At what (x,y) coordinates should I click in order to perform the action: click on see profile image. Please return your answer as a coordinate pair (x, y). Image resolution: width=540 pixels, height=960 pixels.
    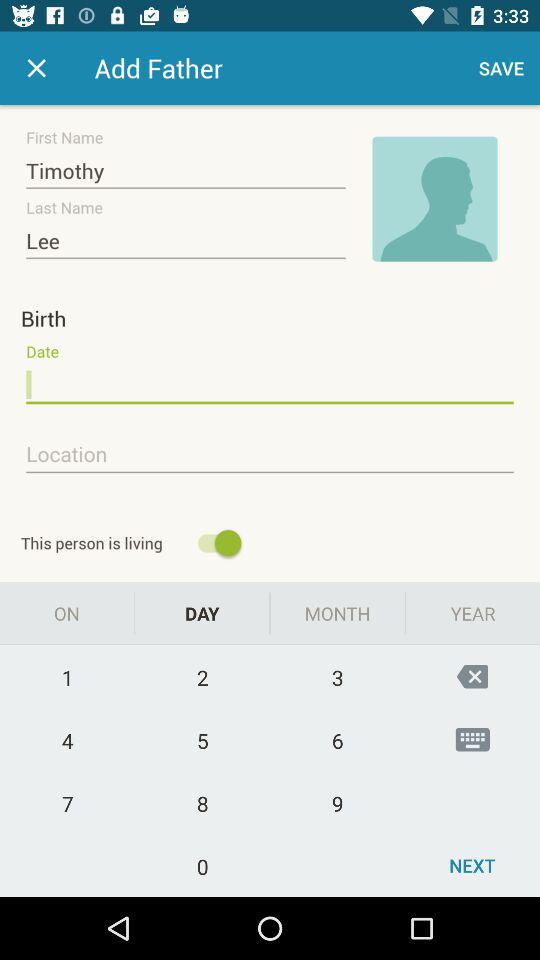
    Looking at the image, I should click on (434, 199).